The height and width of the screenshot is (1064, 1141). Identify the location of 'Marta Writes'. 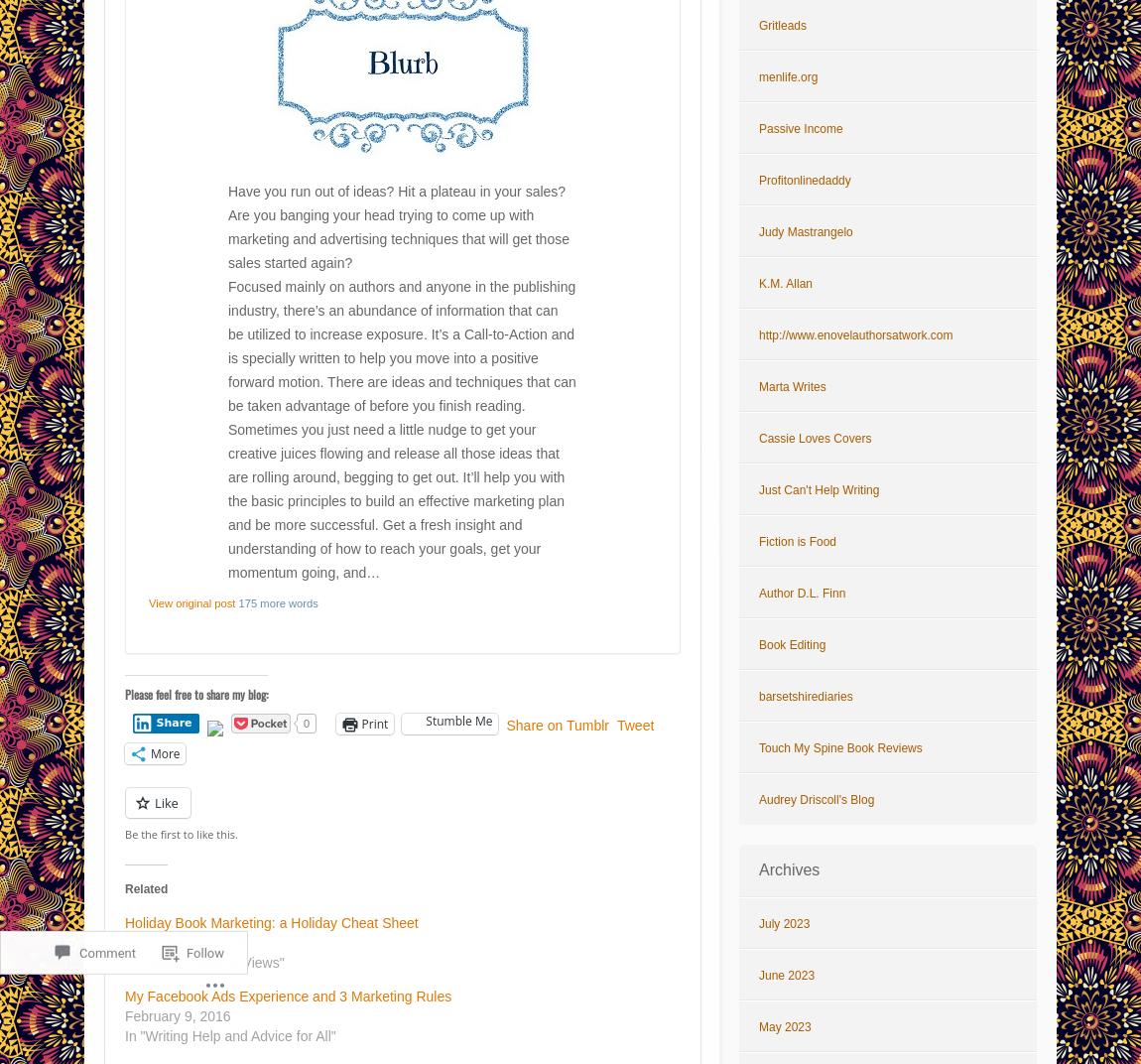
(791, 386).